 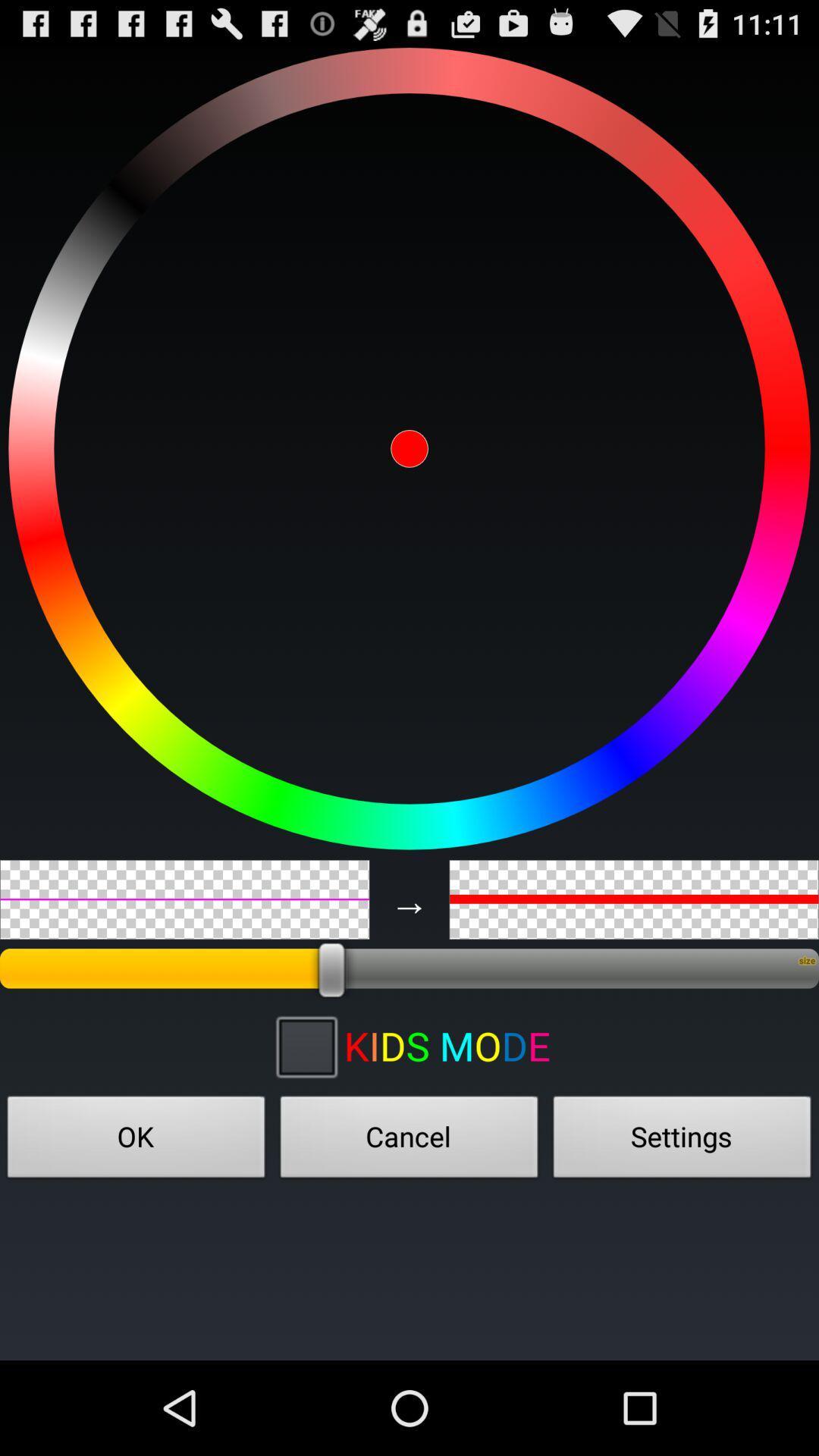 What do you see at coordinates (136, 1141) in the screenshot?
I see `ok icon` at bounding box center [136, 1141].